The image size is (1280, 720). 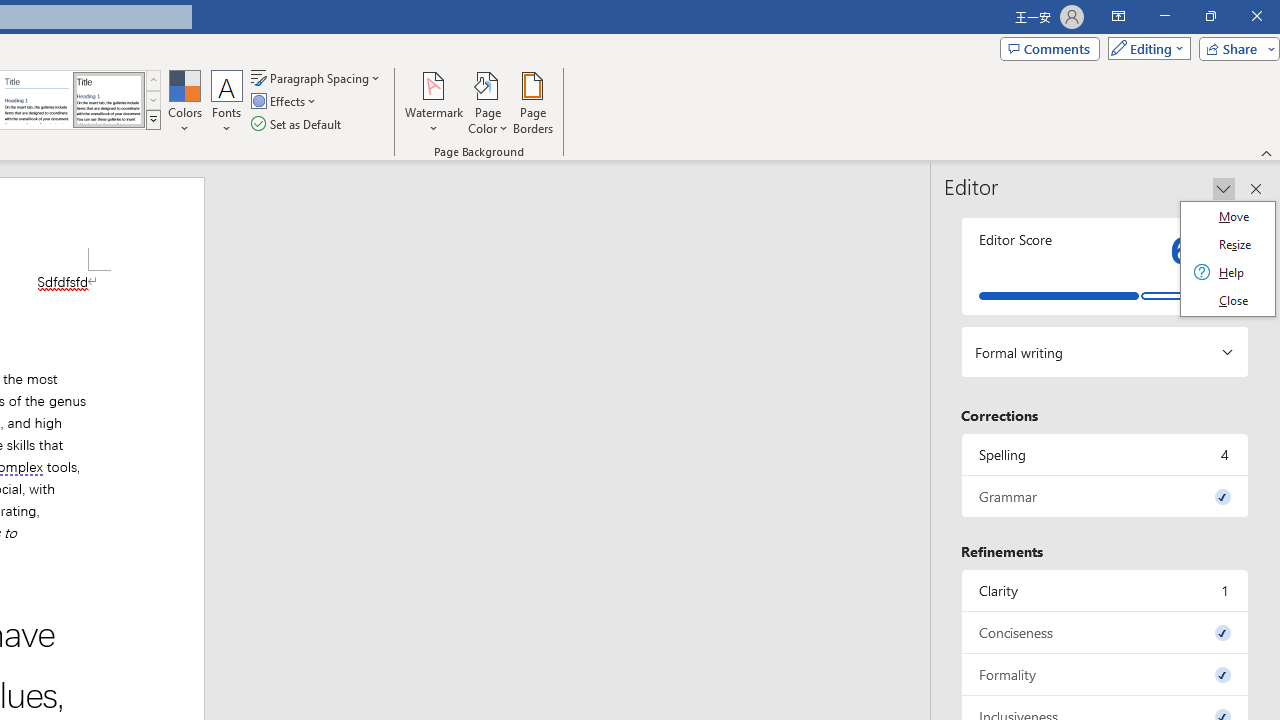 I want to click on 'Set as Default', so click(x=297, y=124).